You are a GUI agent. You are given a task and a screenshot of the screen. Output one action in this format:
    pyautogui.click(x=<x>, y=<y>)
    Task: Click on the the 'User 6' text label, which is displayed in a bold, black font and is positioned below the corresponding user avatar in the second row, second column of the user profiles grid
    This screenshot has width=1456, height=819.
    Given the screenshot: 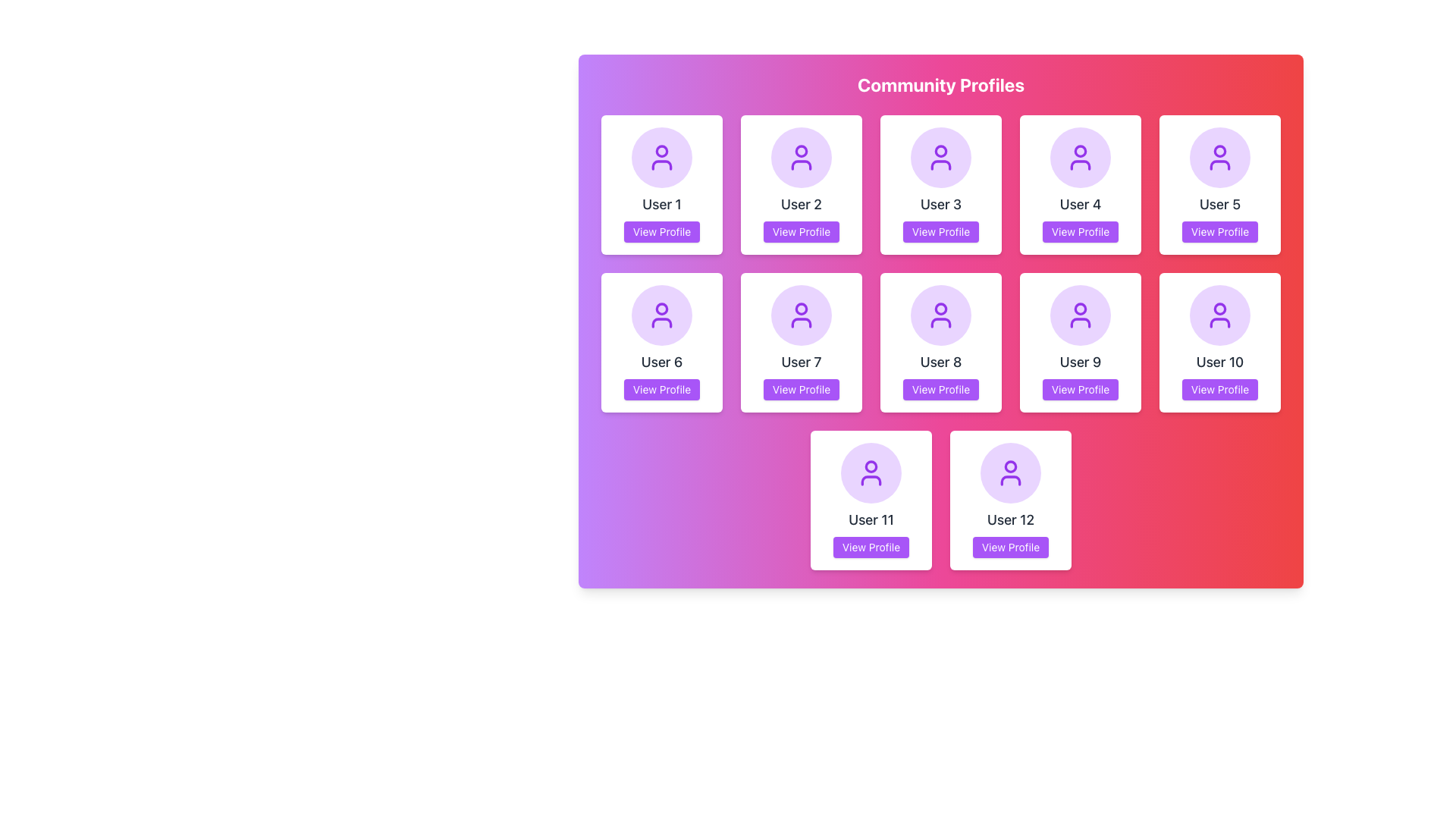 What is the action you would take?
    pyautogui.click(x=662, y=362)
    